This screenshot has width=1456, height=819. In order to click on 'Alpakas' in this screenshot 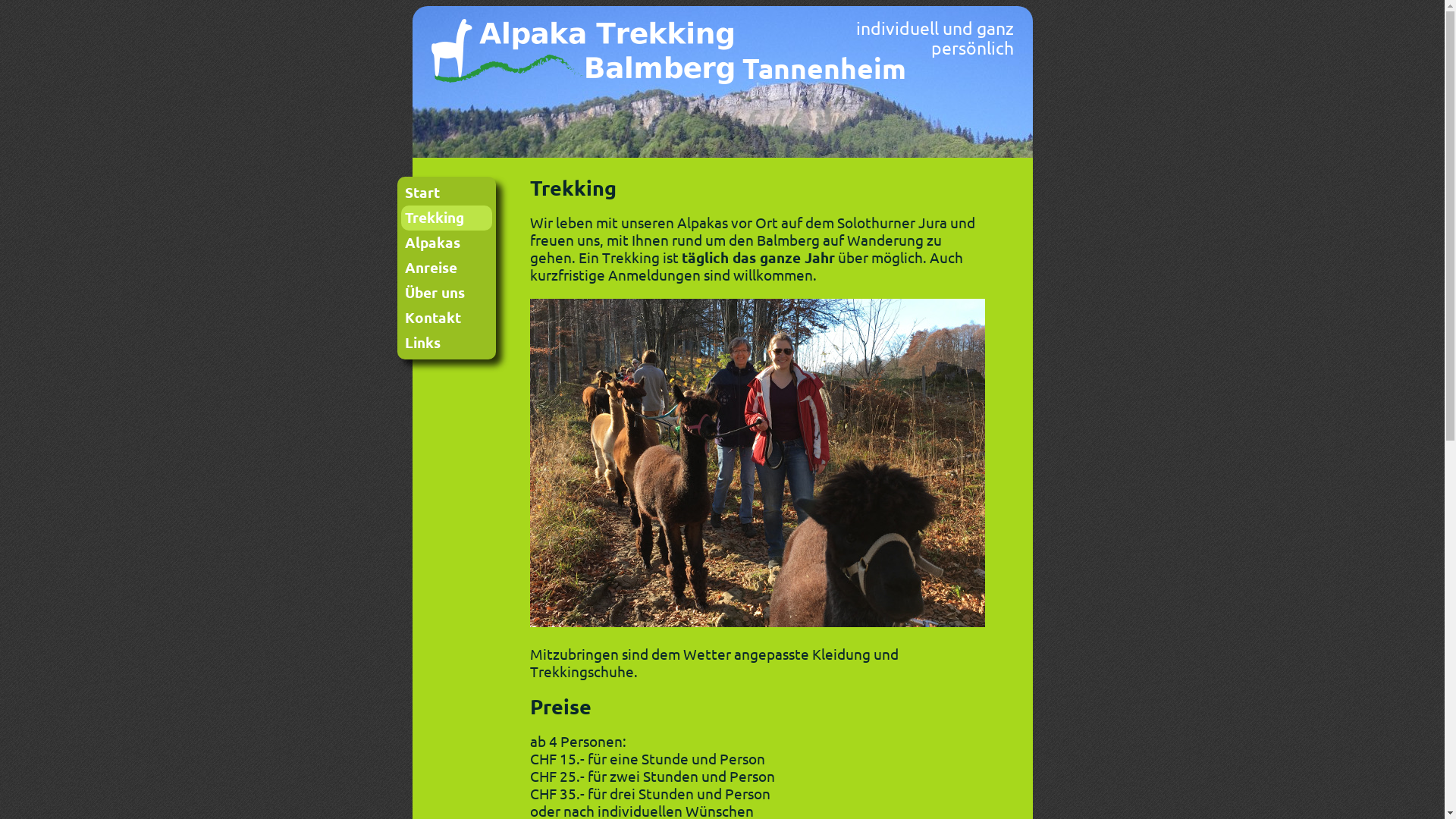, I will do `click(445, 242)`.